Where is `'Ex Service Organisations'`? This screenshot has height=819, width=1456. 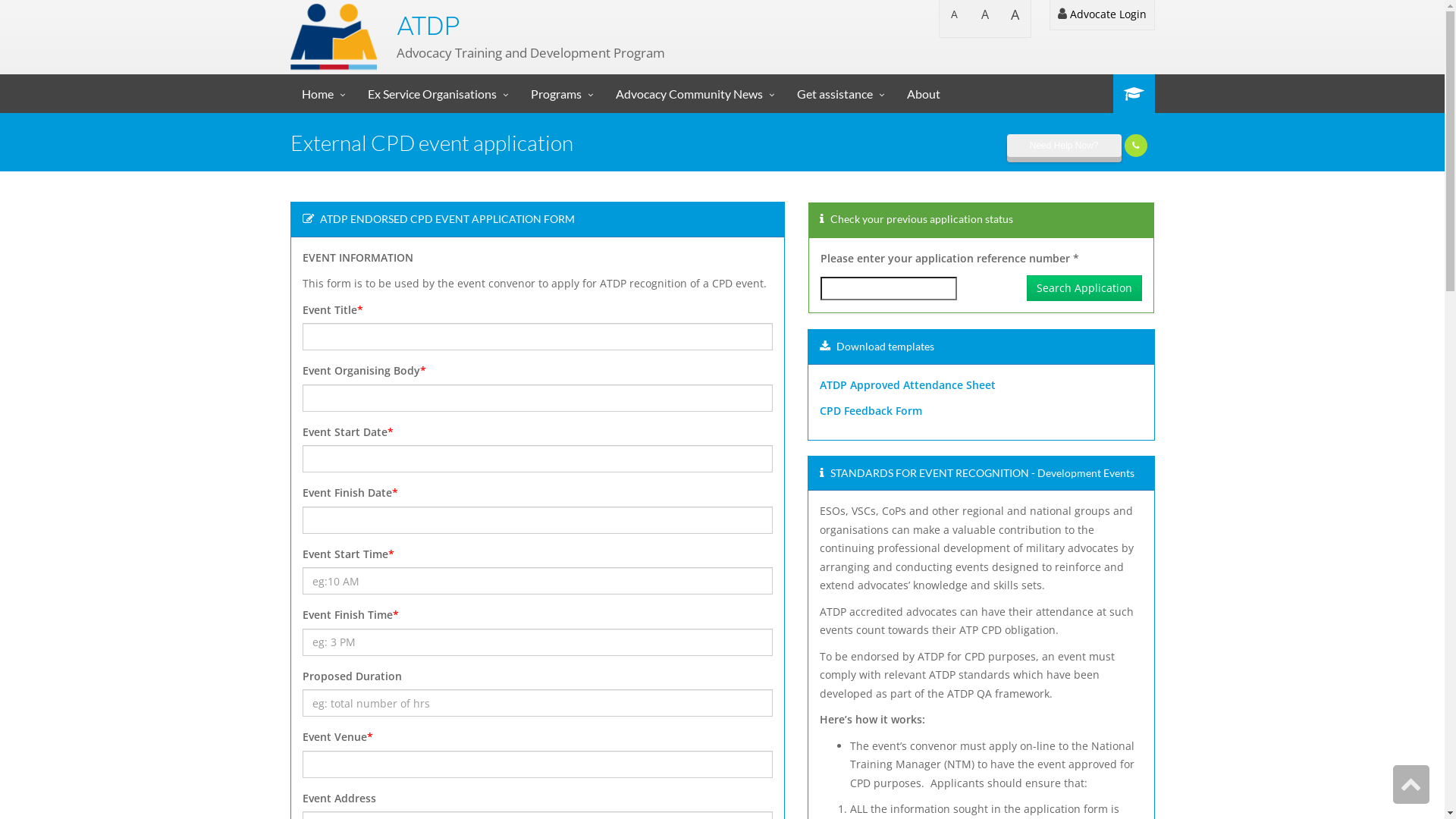
'Ex Service Organisations' is located at coordinates (437, 93).